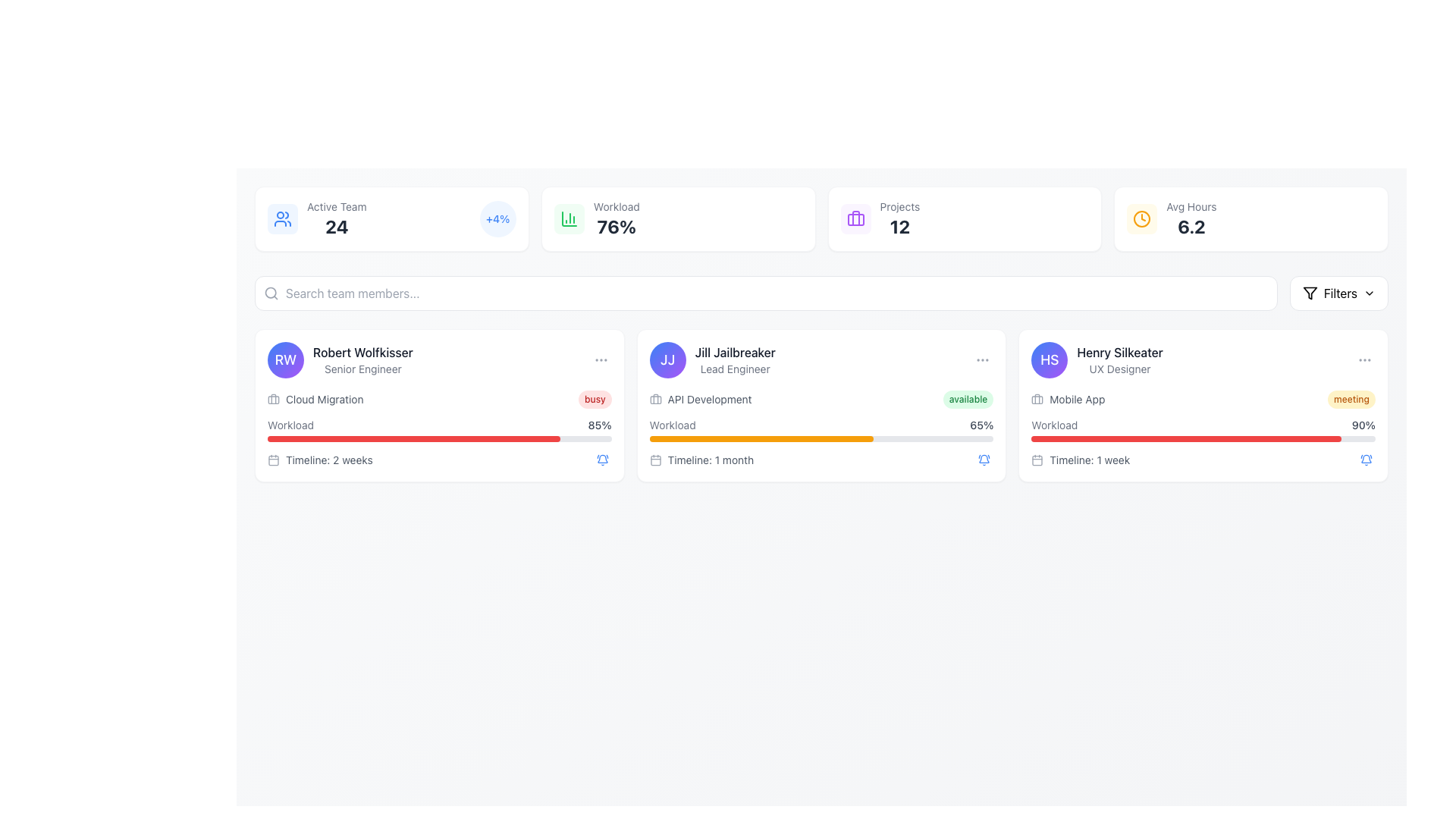 Image resolution: width=1456 pixels, height=819 pixels. I want to click on the small gray calendar icon located in the first card under the 'Timeline: 2 weeks' text, so click(273, 459).